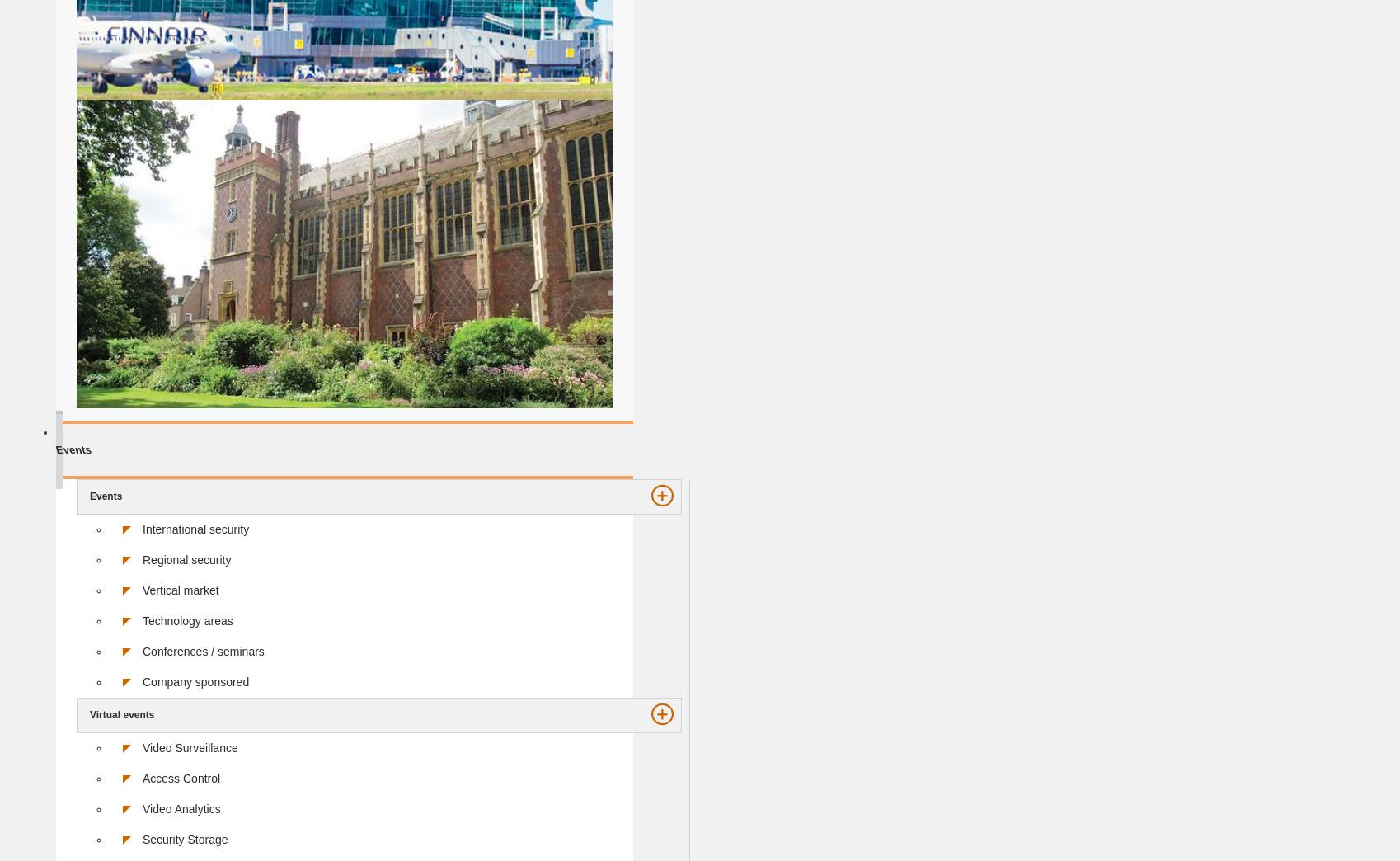  I want to click on 'Conferences / seminars', so click(203, 649).